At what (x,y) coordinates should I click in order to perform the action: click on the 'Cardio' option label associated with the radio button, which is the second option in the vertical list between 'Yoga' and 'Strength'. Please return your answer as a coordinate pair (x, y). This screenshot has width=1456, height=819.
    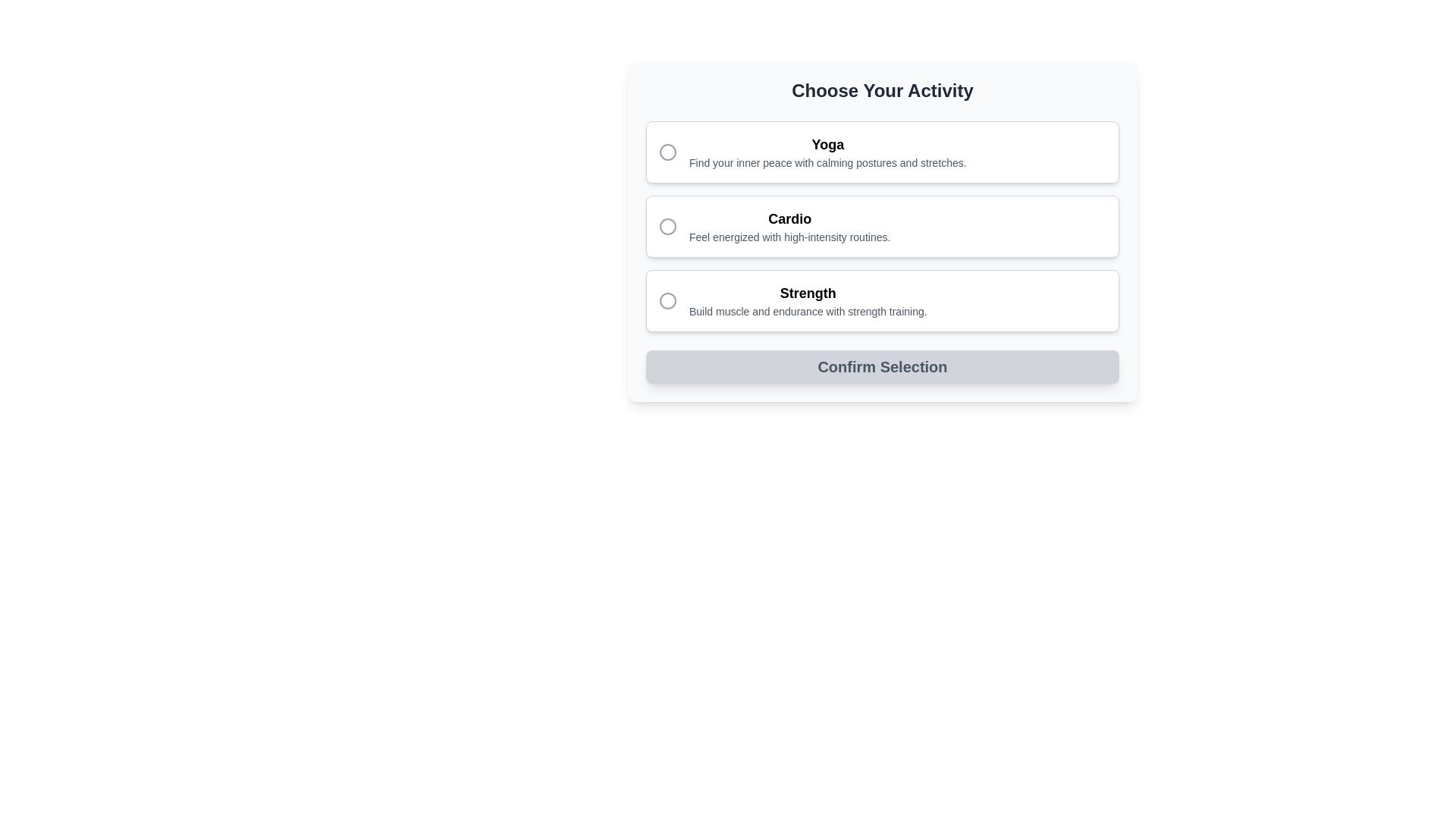
    Looking at the image, I should click on (774, 227).